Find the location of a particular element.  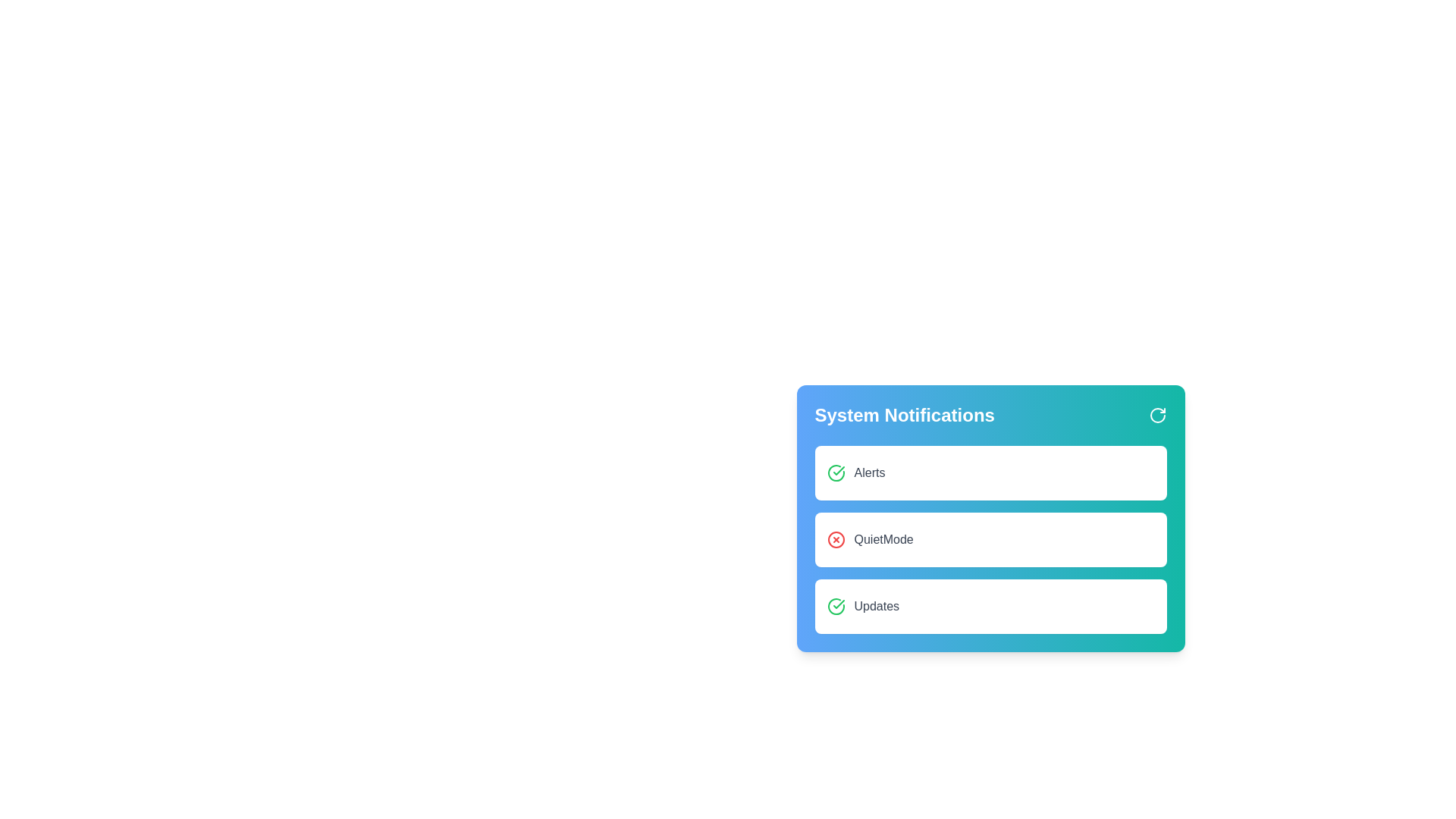

the refresh icon in the SystemNotificationPanel is located at coordinates (1156, 415).